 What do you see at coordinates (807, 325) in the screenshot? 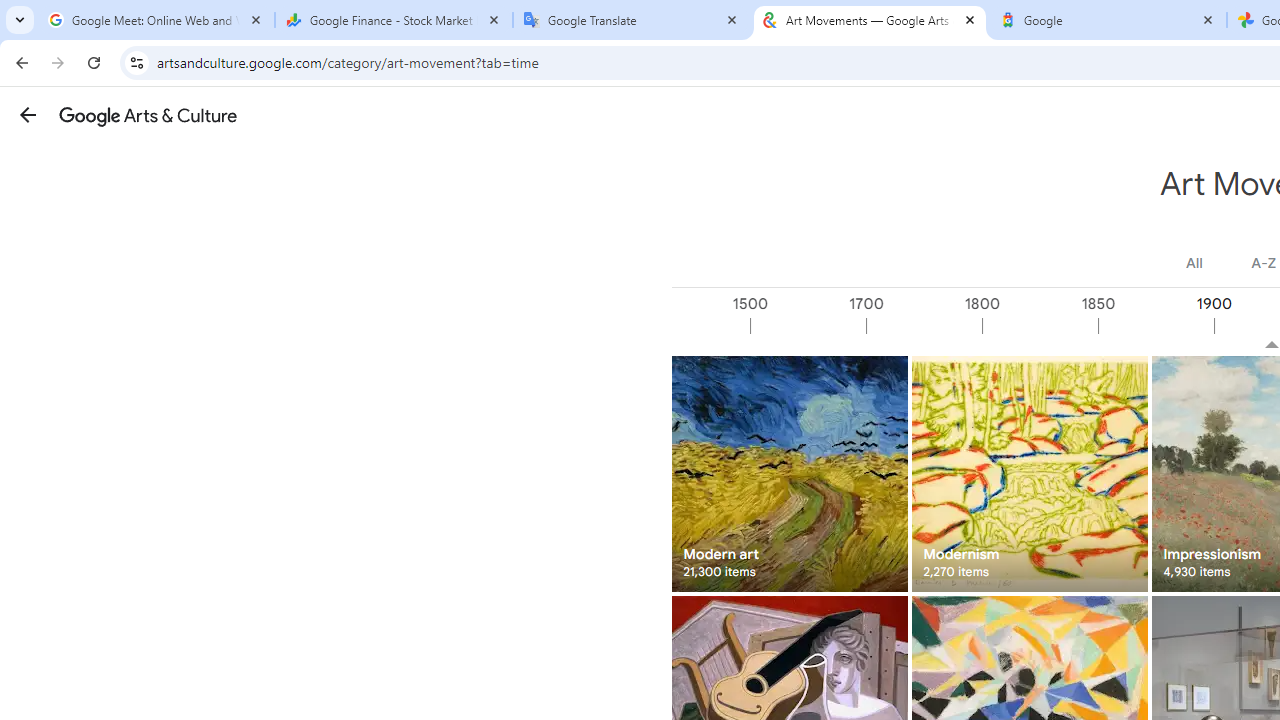
I see `'1500'` at bounding box center [807, 325].